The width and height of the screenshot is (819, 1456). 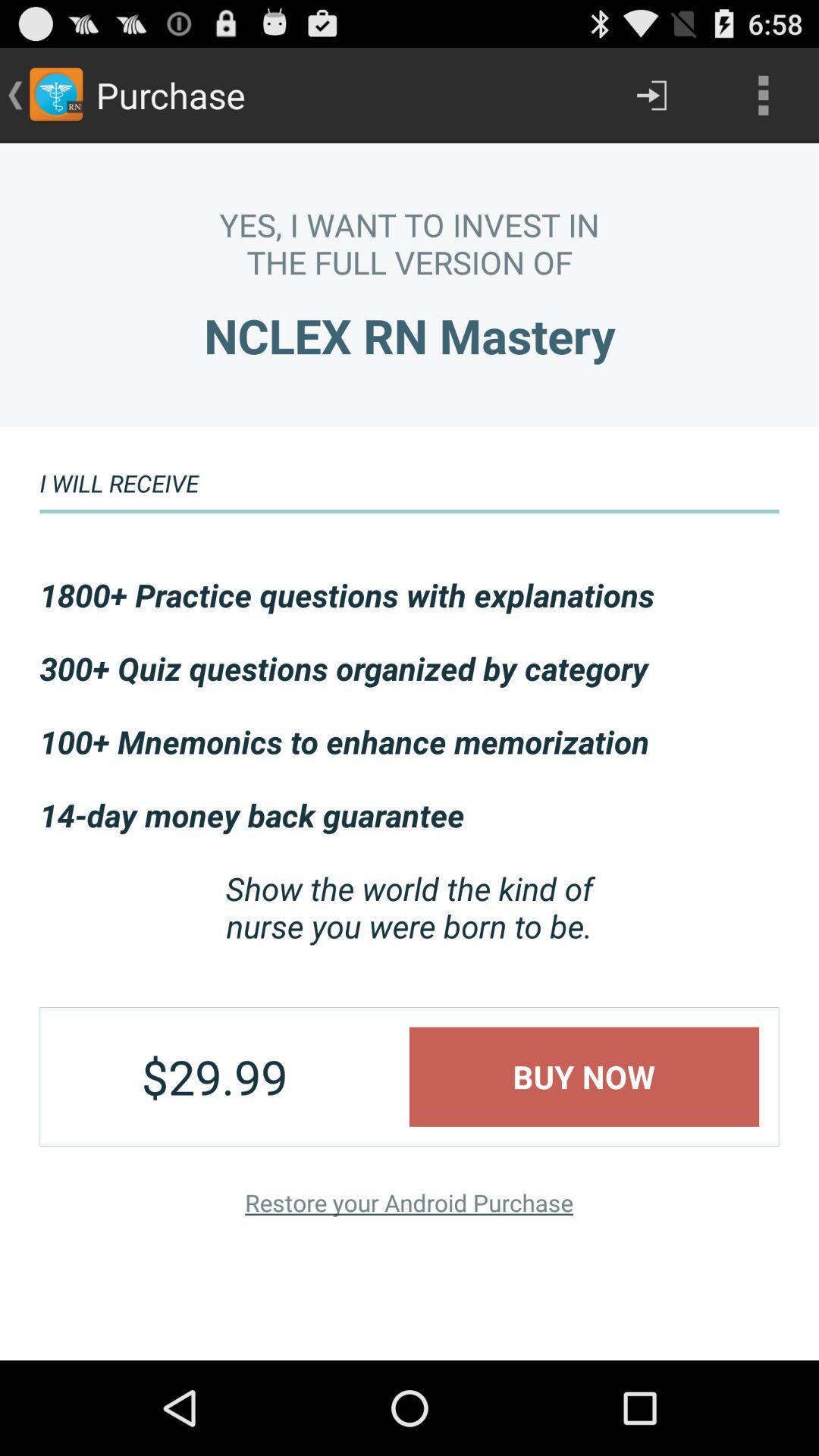 I want to click on the app above the yes i want app, so click(x=763, y=94).